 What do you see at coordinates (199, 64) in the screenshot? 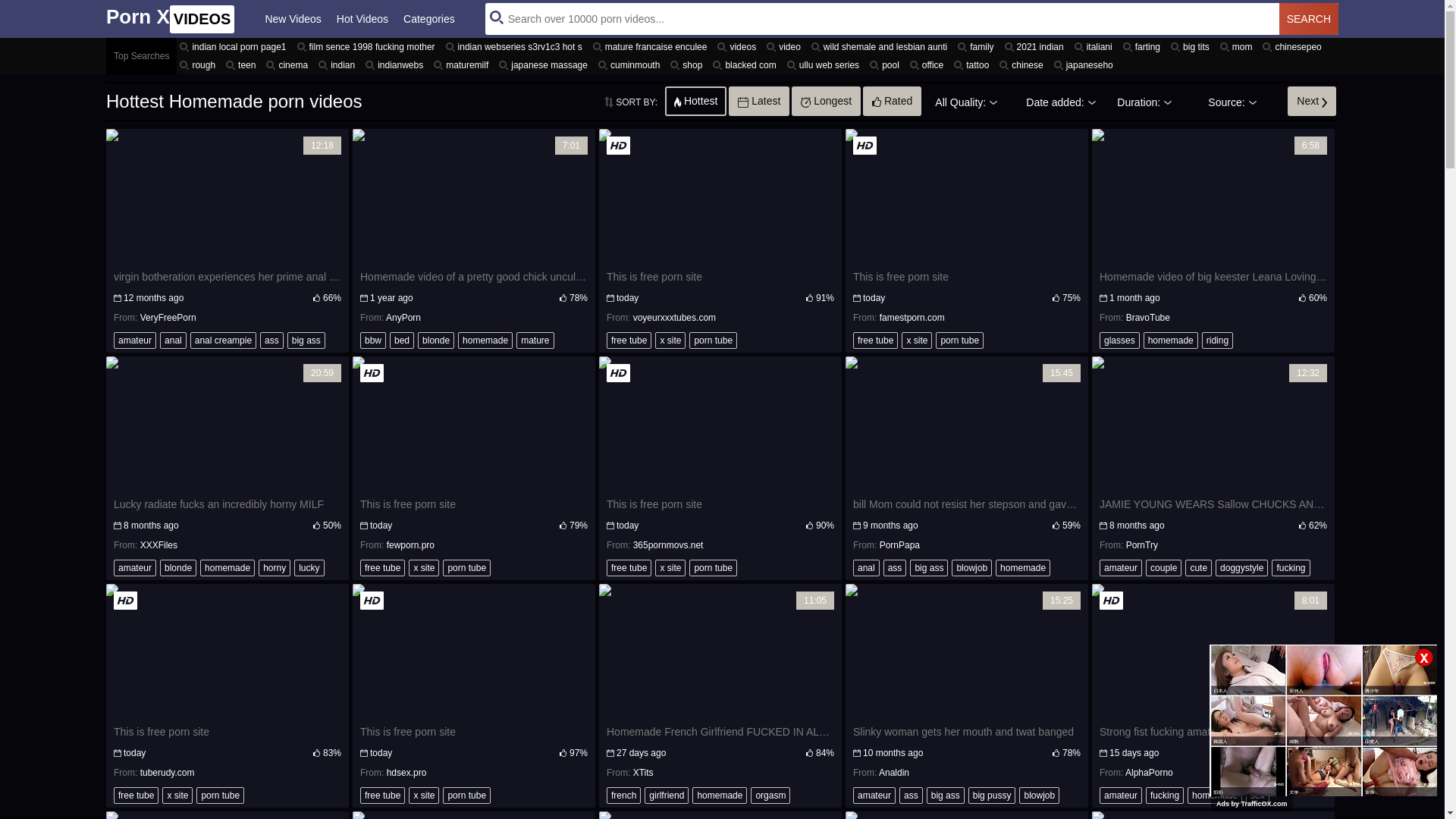
I see `'rough'` at bounding box center [199, 64].